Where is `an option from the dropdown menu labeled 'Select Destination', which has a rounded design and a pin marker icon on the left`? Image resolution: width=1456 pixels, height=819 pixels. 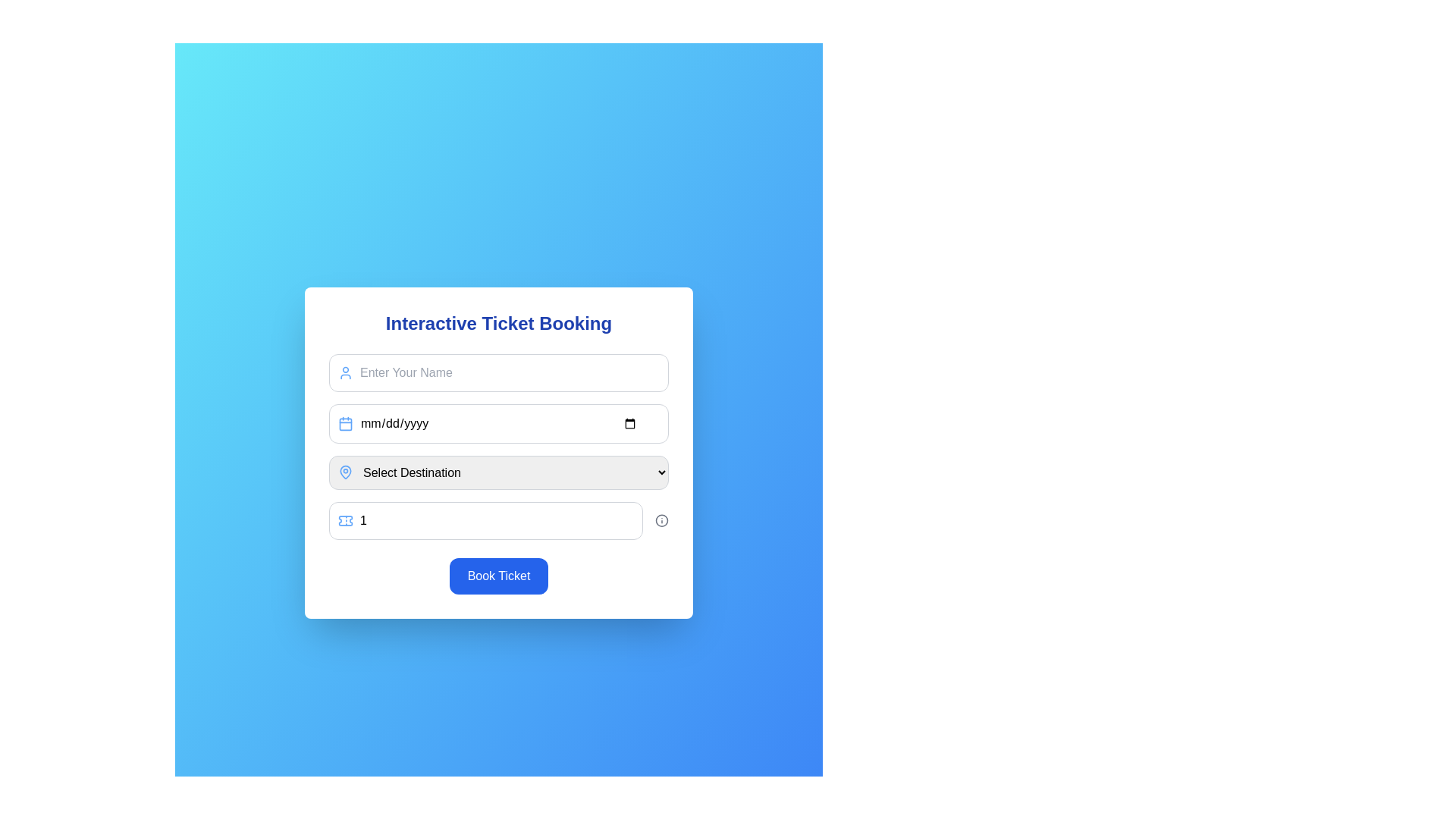 an option from the dropdown menu labeled 'Select Destination', which has a rounded design and a pin marker icon on the left is located at coordinates (498, 472).